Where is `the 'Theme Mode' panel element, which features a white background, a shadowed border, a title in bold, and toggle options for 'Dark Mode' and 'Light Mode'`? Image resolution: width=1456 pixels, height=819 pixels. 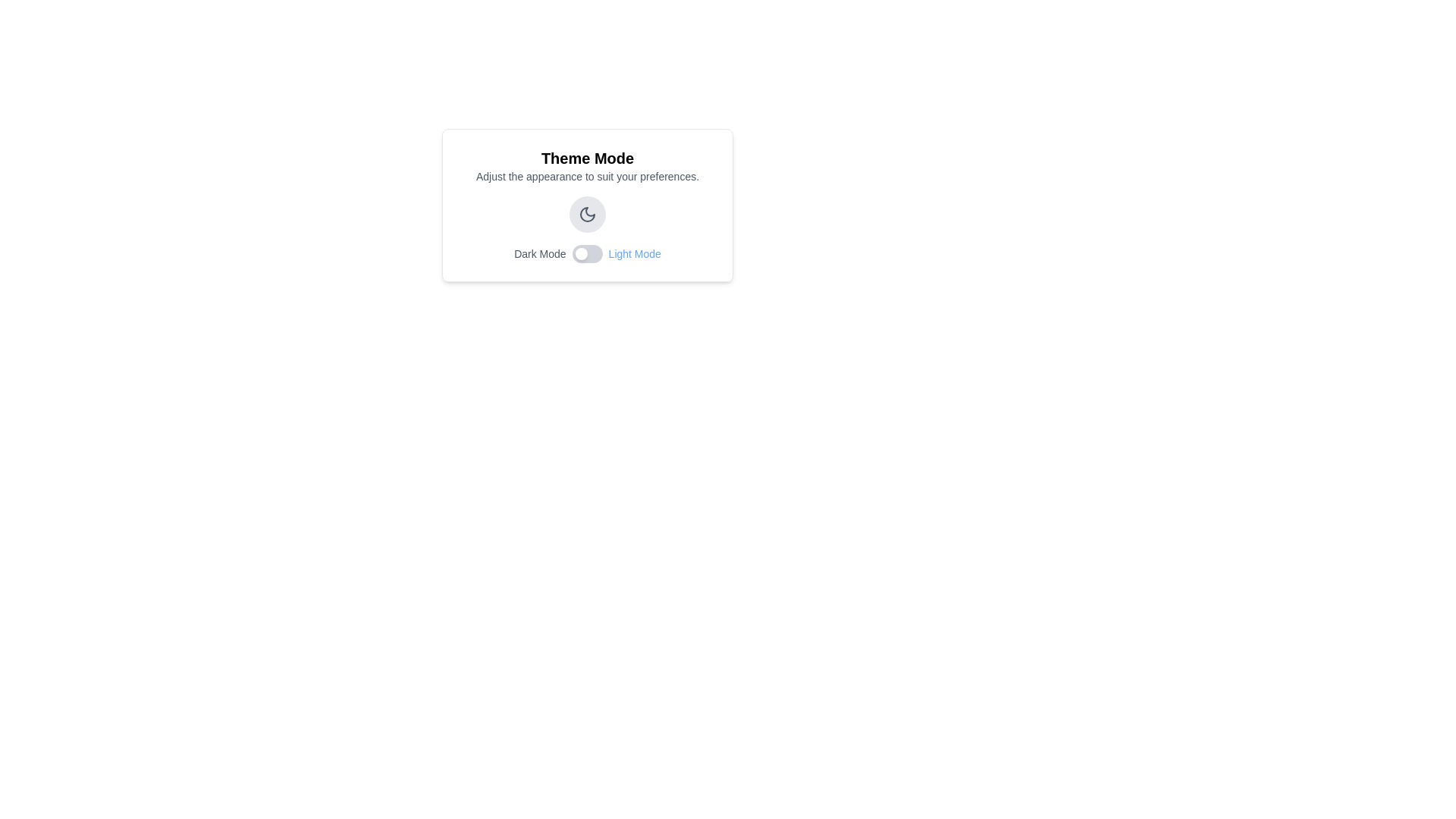
the 'Theme Mode' panel element, which features a white background, a shadowed border, a title in bold, and toggle options for 'Dark Mode' and 'Light Mode' is located at coordinates (586, 205).